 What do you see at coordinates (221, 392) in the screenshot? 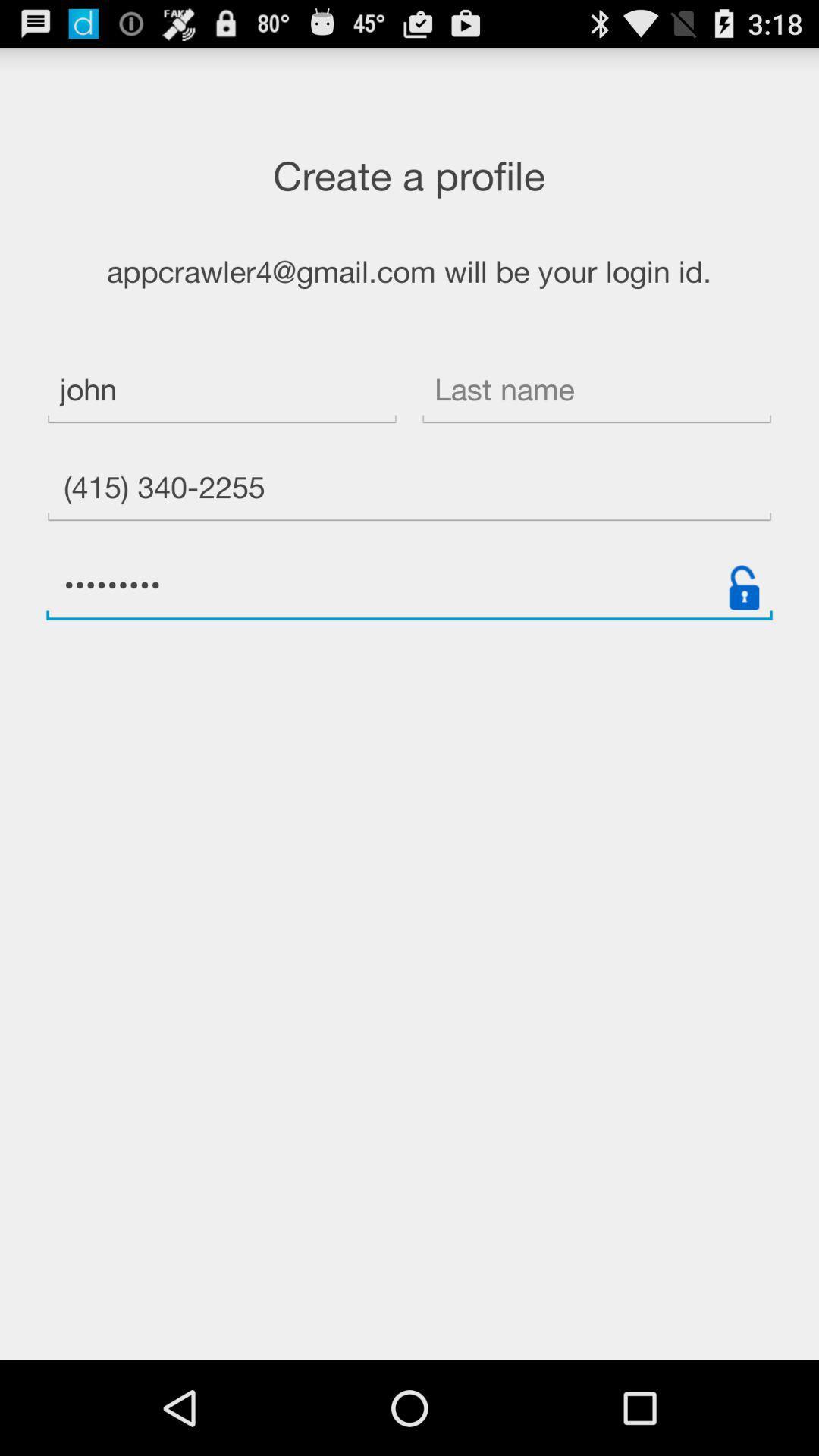
I see `item above the (415) 340-2255 item` at bounding box center [221, 392].